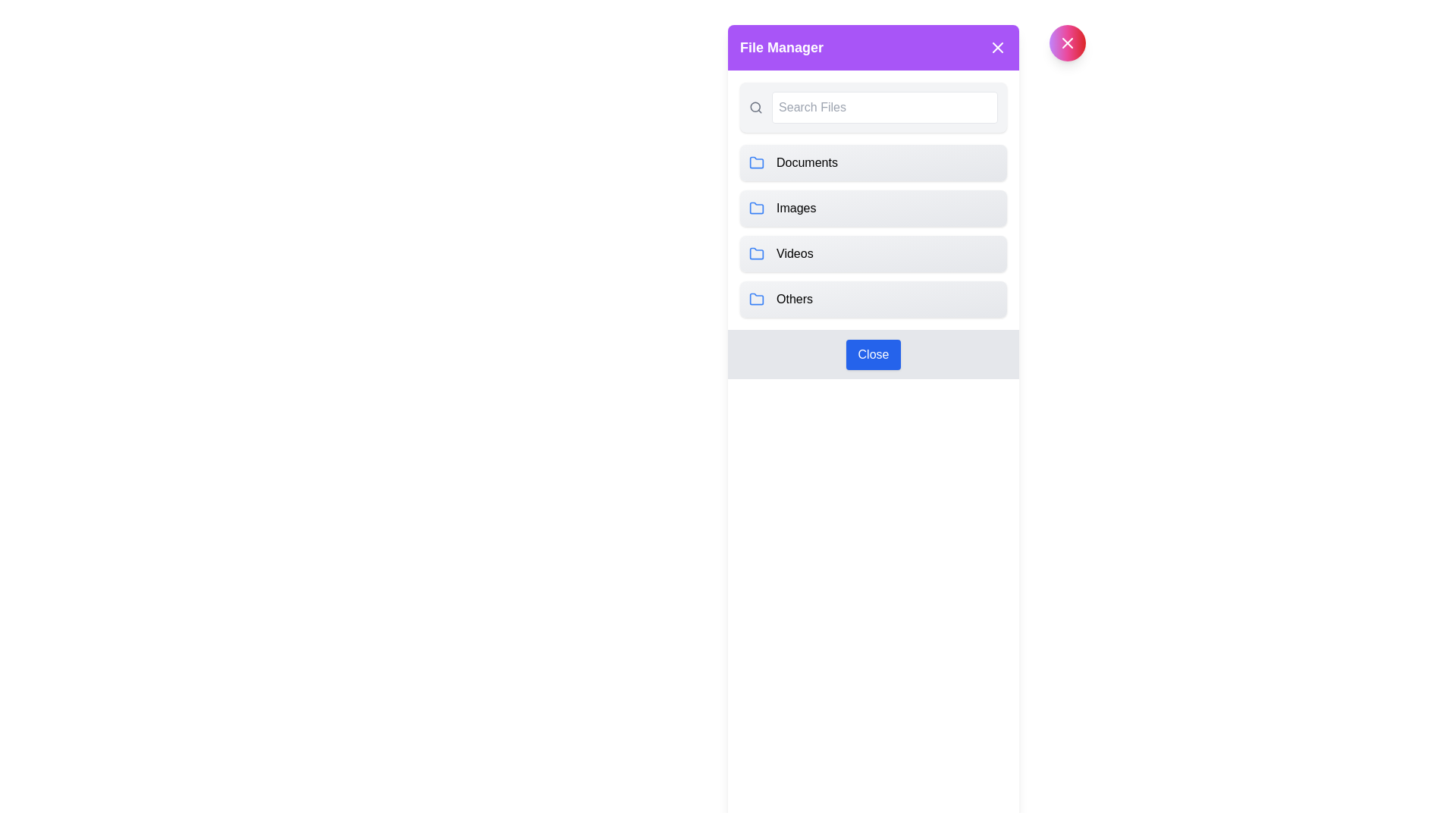 The image size is (1456, 819). I want to click on the 'Documents' text label, so click(806, 163).